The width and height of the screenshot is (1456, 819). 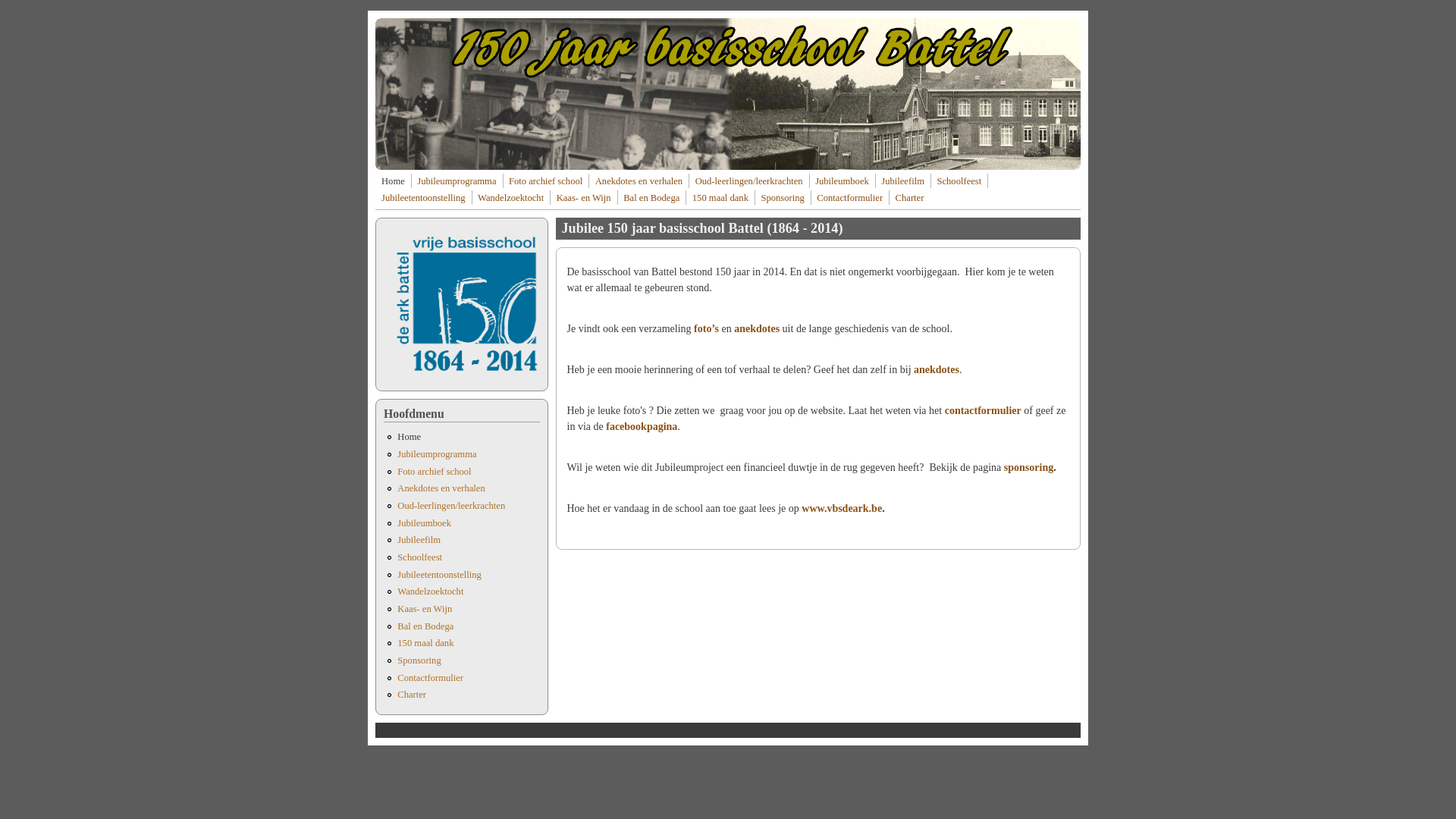 What do you see at coordinates (749, 180) in the screenshot?
I see `'Oud-leerlingen/leerkrachten'` at bounding box center [749, 180].